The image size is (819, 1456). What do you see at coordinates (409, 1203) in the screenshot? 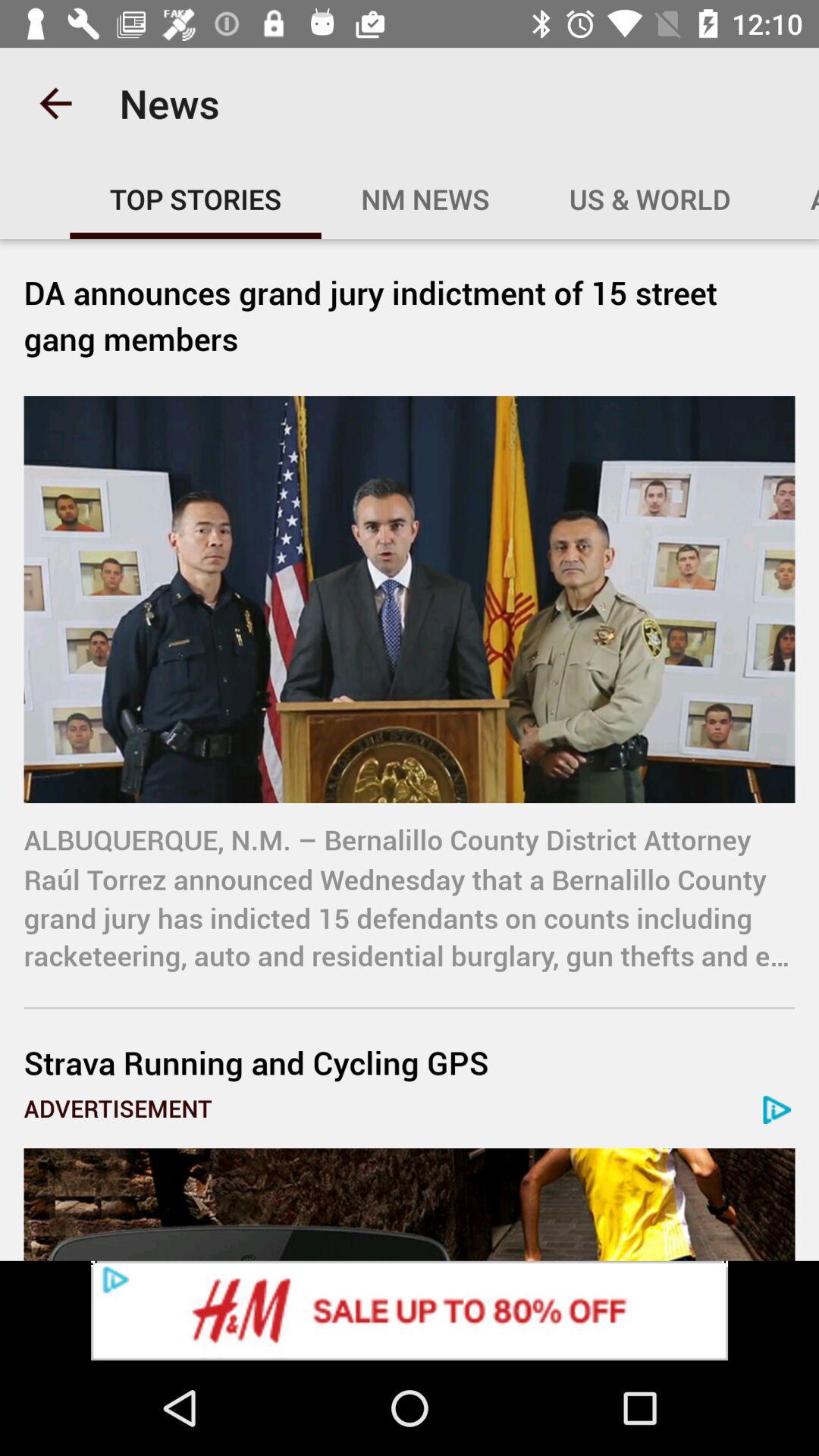
I see `the page related to the advertisement` at bounding box center [409, 1203].